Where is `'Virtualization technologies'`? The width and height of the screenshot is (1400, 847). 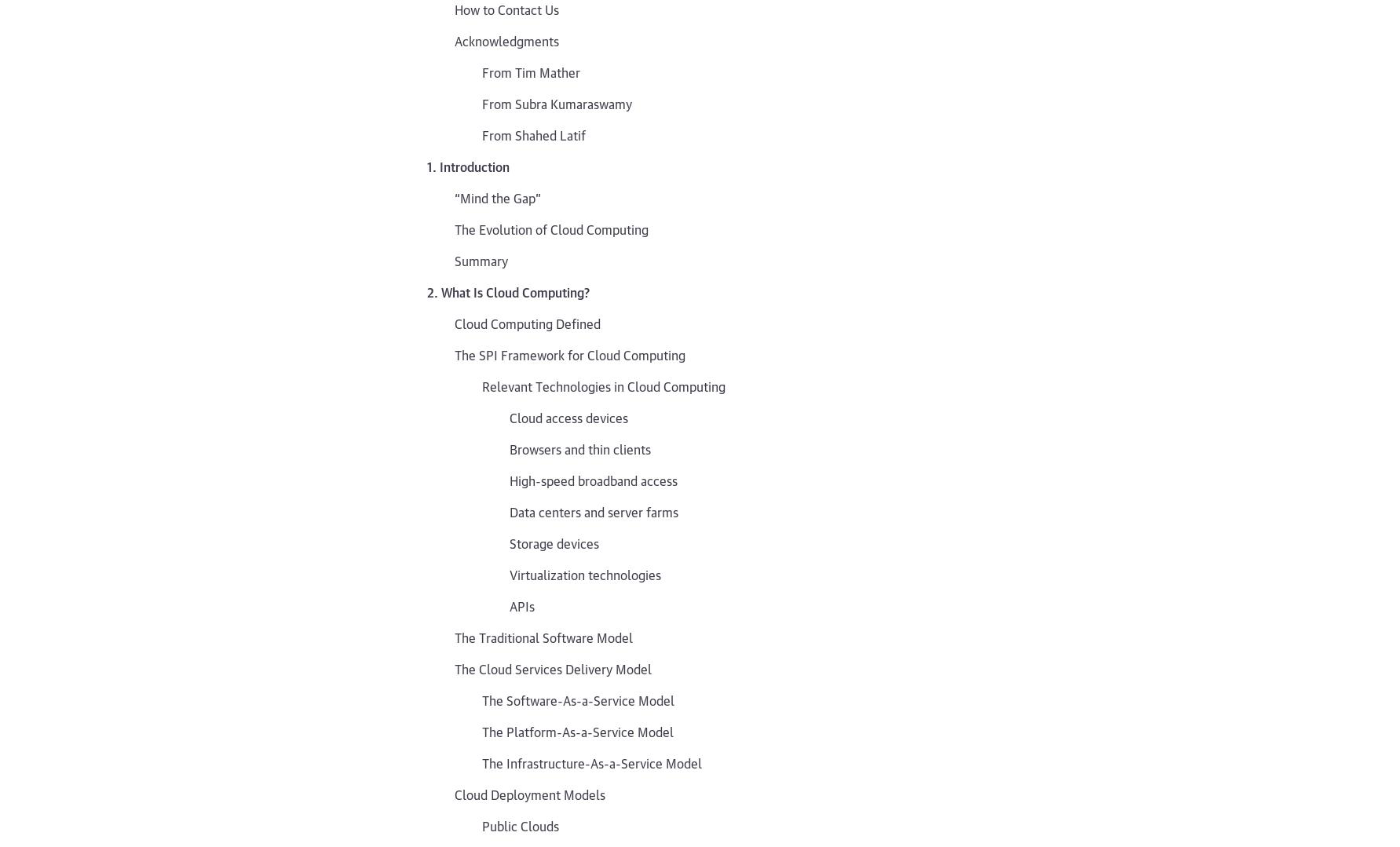
'Virtualization technologies' is located at coordinates (584, 573).